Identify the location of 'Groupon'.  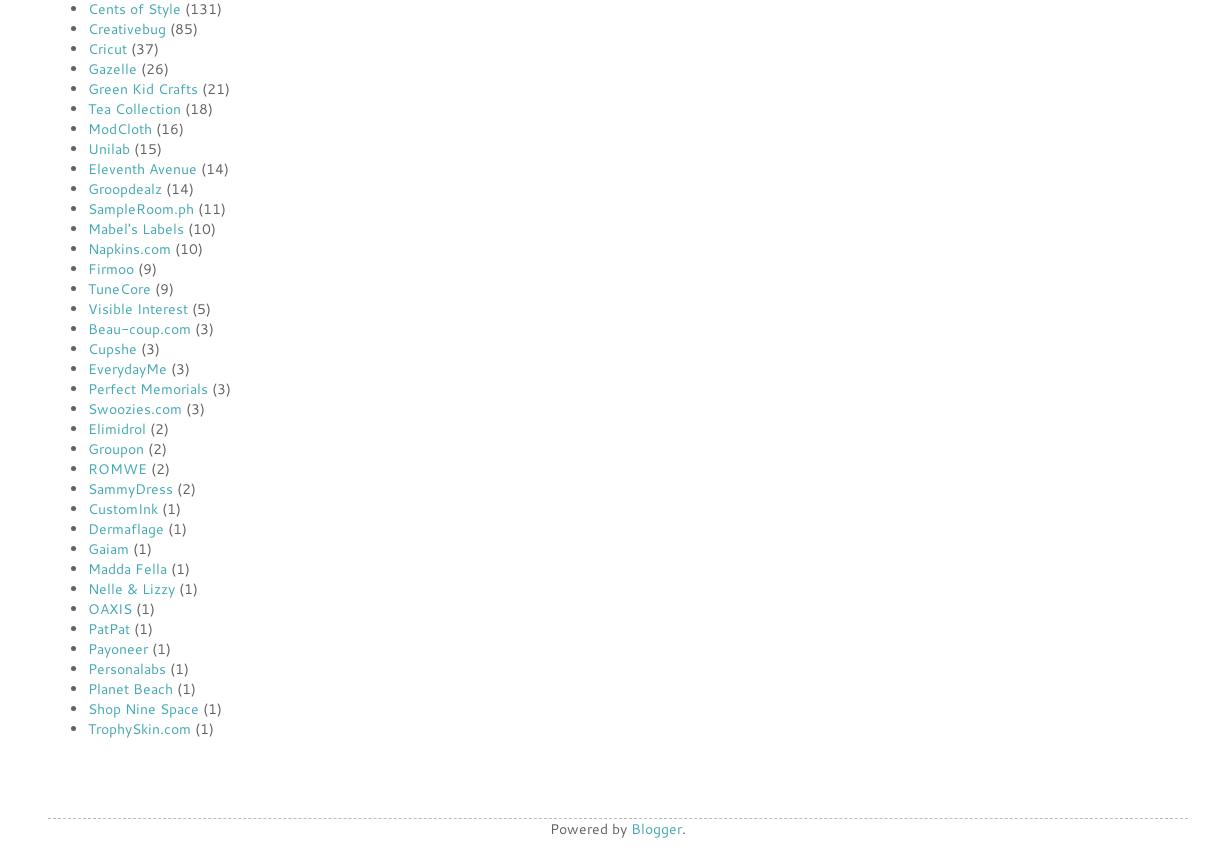
(116, 448).